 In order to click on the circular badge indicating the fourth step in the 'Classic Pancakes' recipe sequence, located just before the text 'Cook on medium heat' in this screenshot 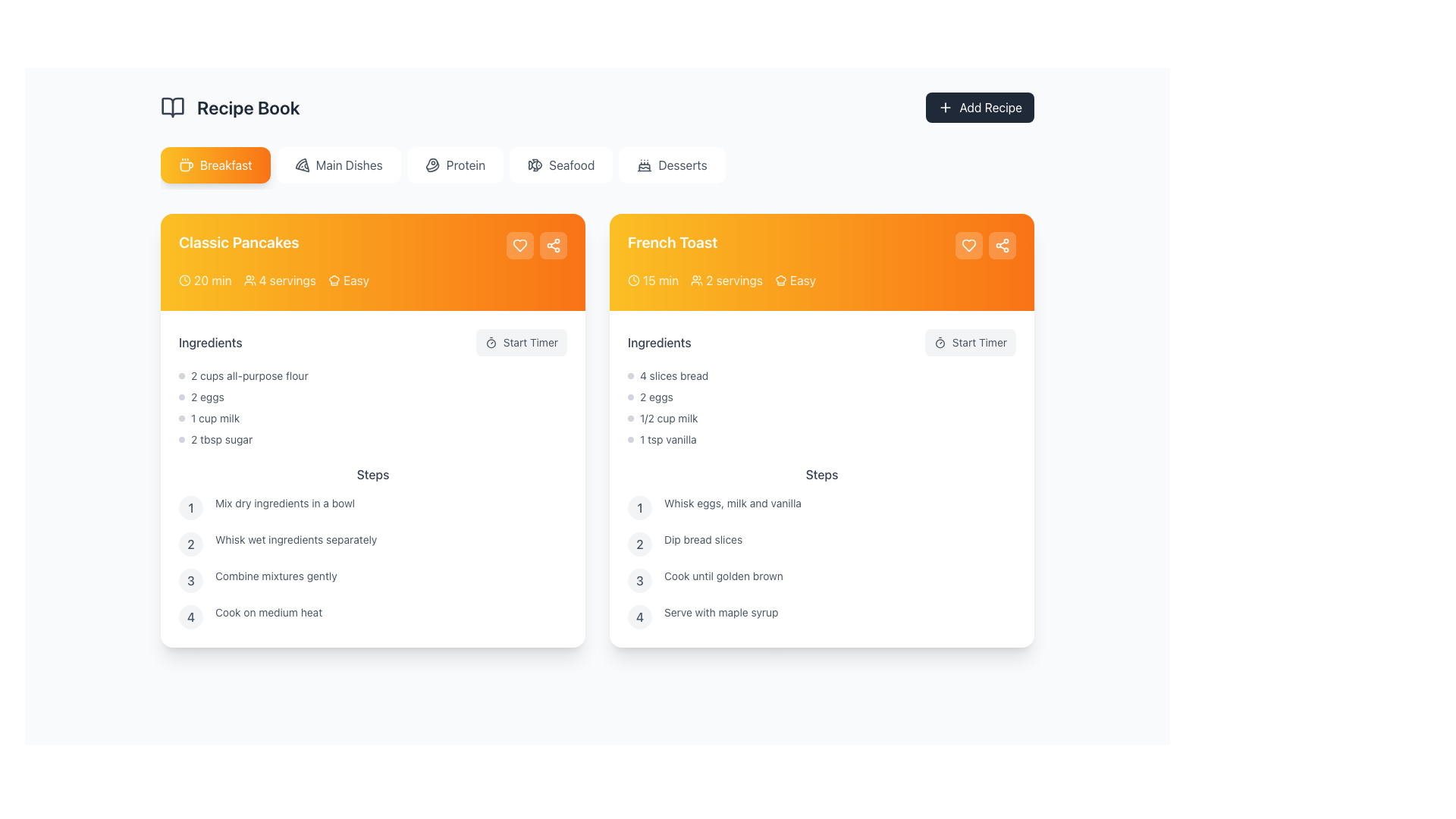, I will do `click(190, 617)`.